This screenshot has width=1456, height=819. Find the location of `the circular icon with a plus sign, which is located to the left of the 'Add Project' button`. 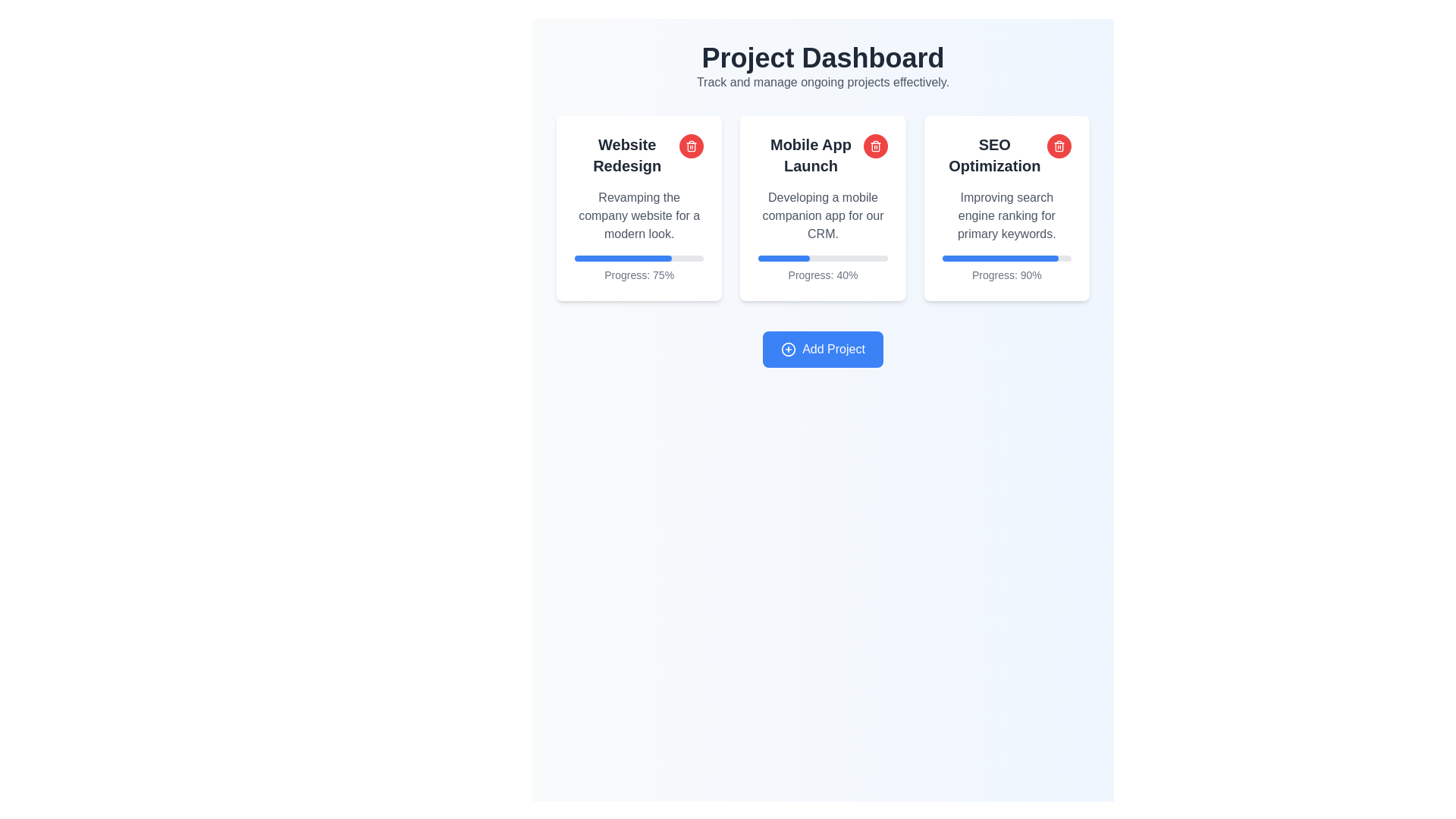

the circular icon with a plus sign, which is located to the left of the 'Add Project' button is located at coordinates (789, 350).